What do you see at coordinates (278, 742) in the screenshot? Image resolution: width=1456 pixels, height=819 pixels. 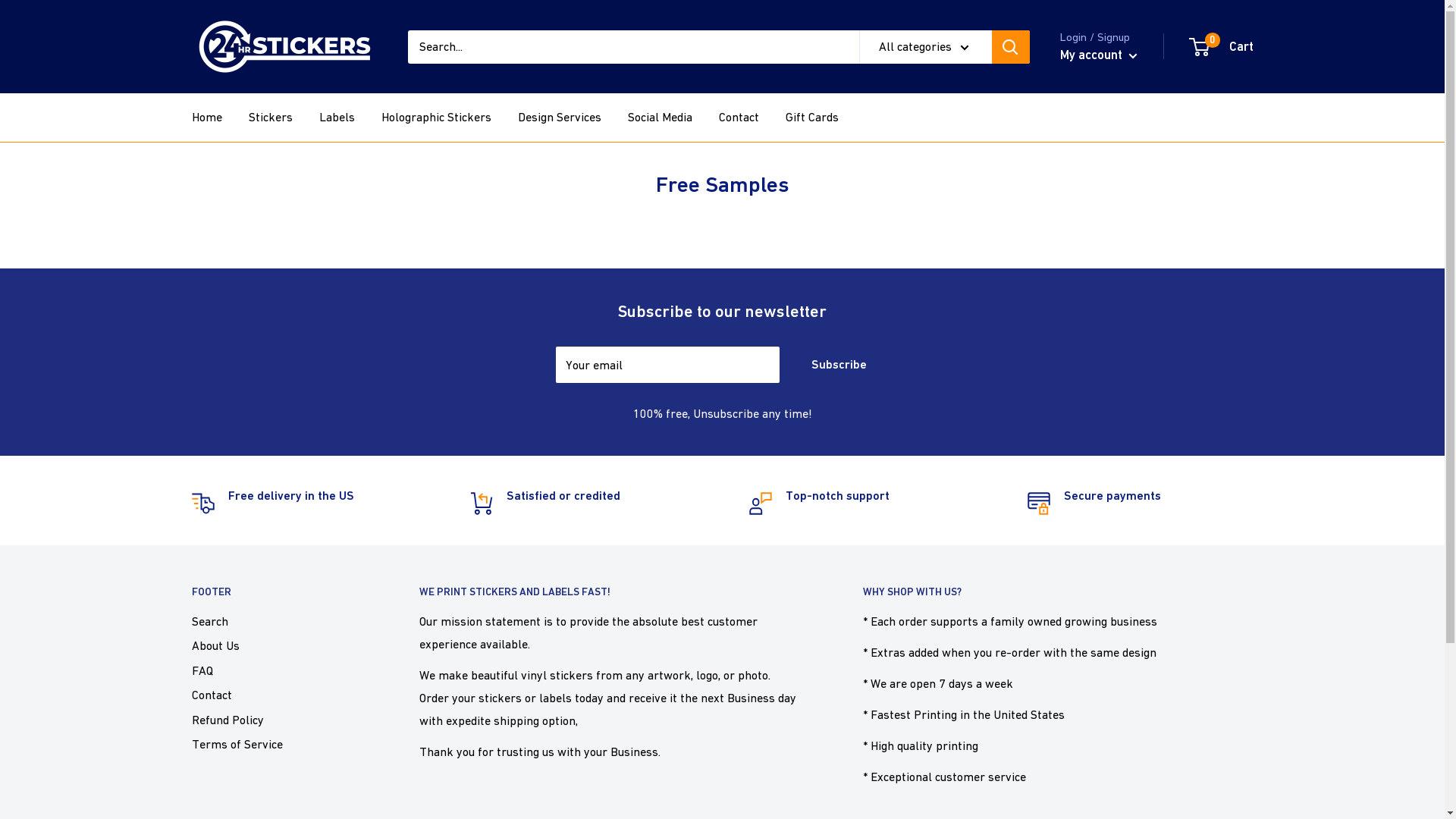 I see `'Terms of Service'` at bounding box center [278, 742].